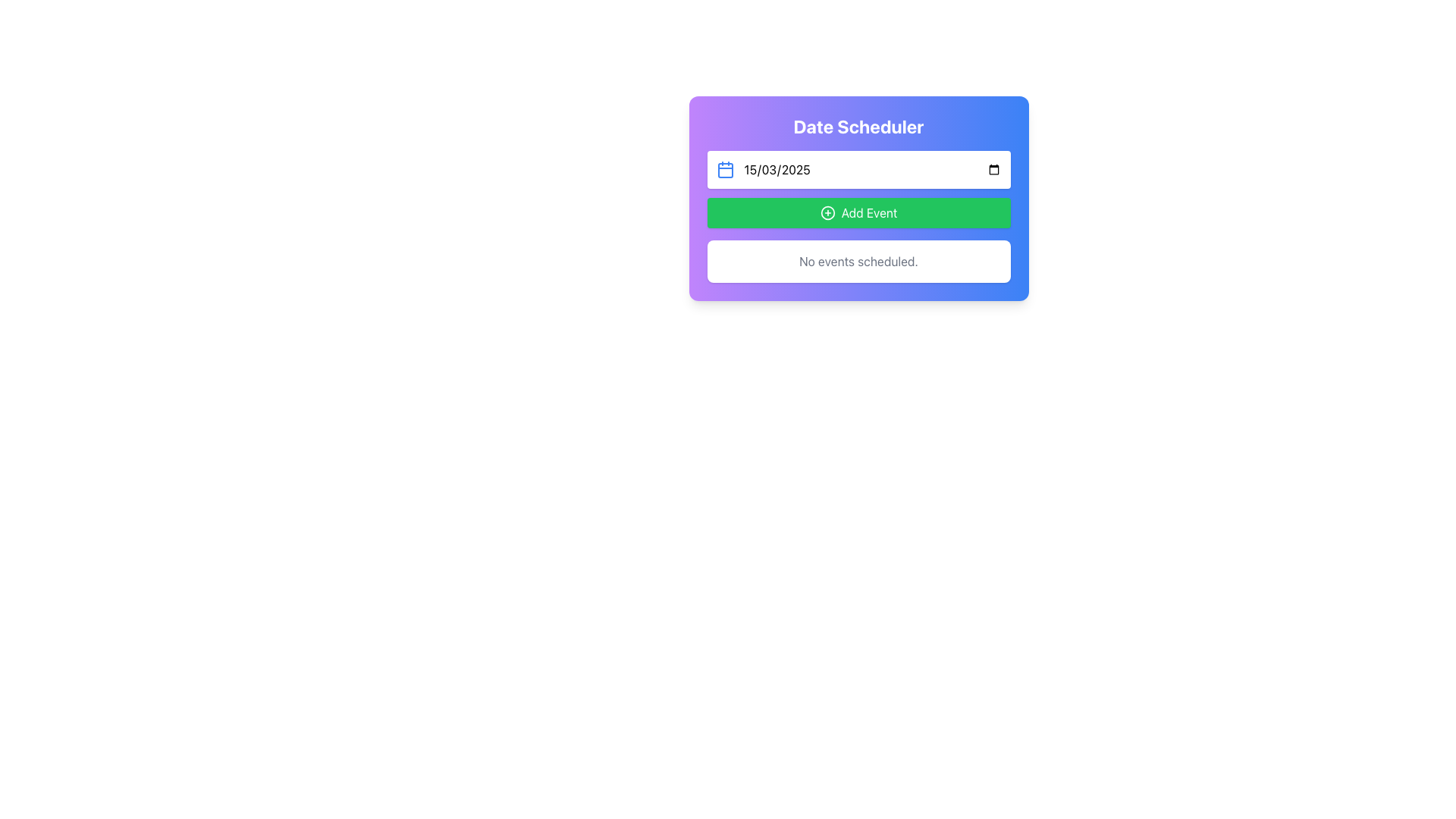 Image resolution: width=1456 pixels, height=819 pixels. What do you see at coordinates (827, 213) in the screenshot?
I see `the circular outline icon located at the top center of the green 'Add Event' button, which indicates an interactive purpose for adding or expanding events` at bounding box center [827, 213].